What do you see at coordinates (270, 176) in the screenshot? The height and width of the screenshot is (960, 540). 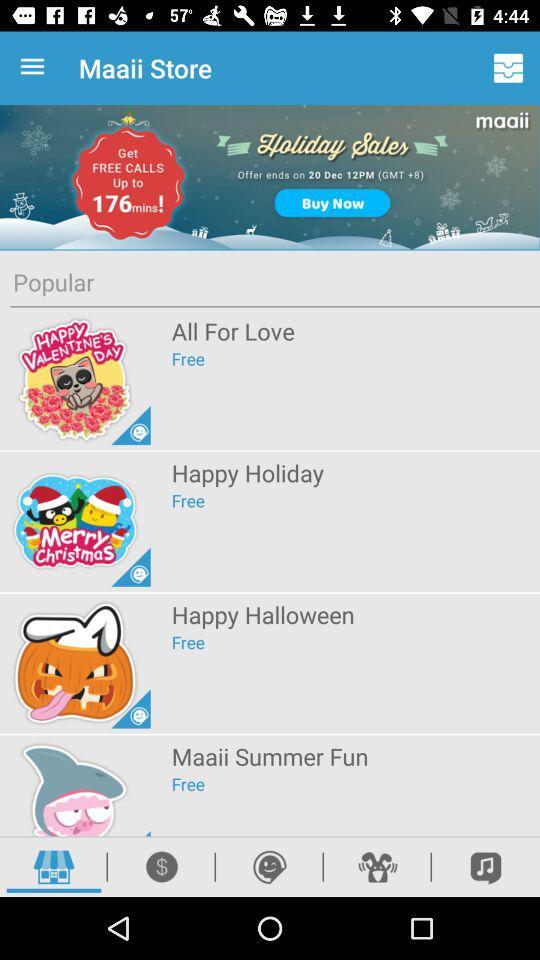 I see `the icon above popular item` at bounding box center [270, 176].